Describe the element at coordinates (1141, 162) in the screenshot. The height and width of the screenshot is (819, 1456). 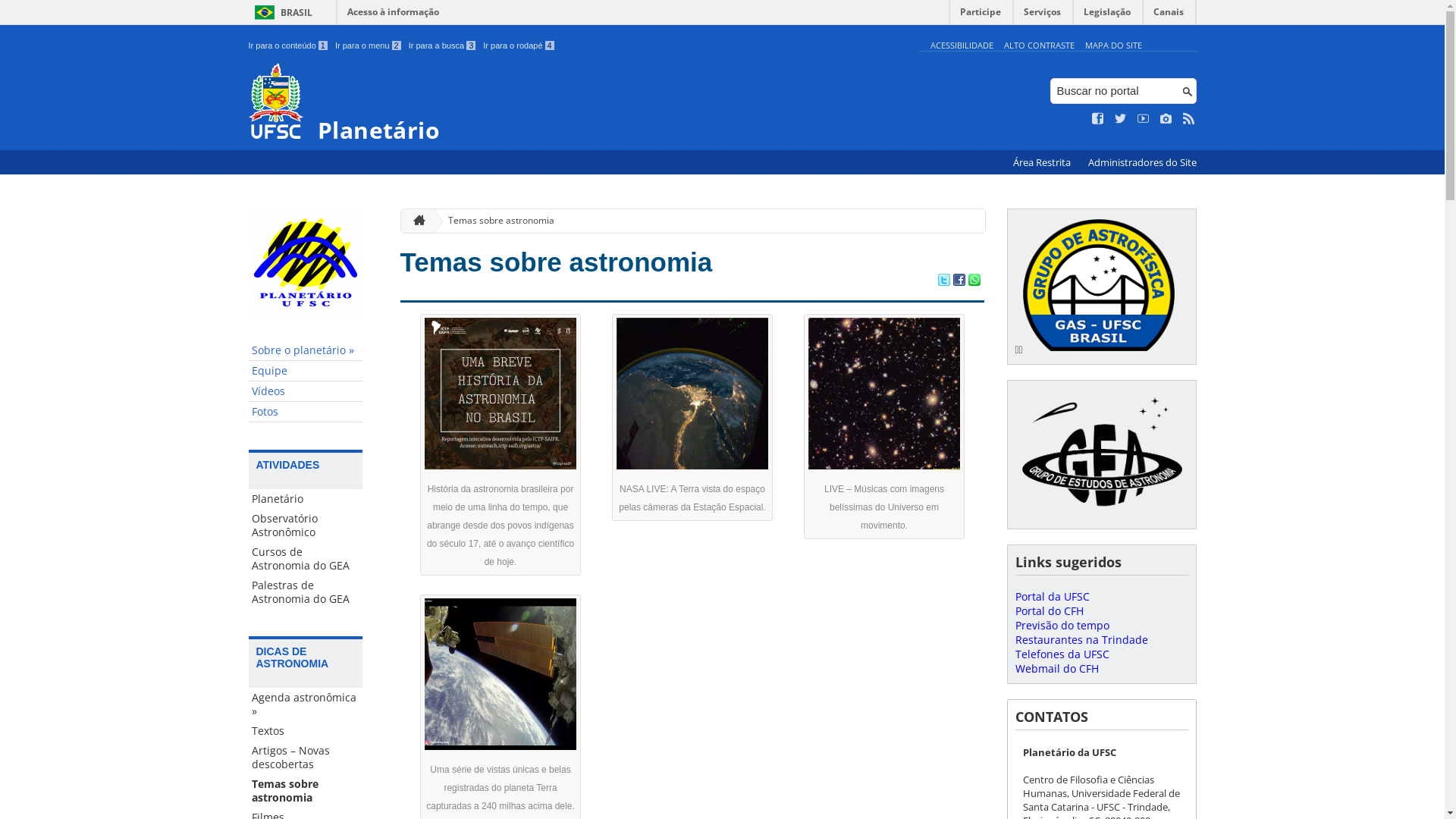
I see `'Administradores do Site'` at that location.